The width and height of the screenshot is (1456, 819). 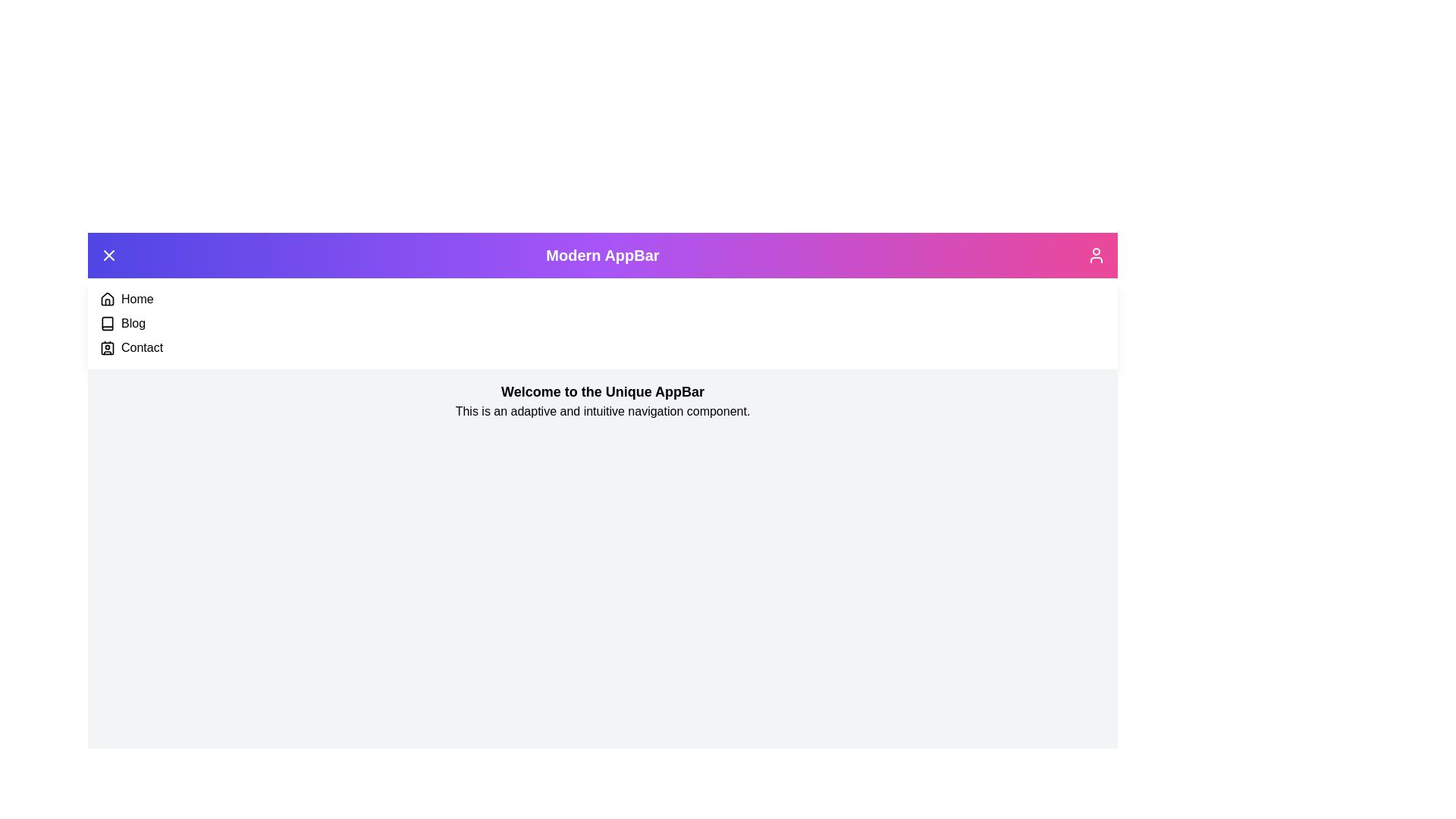 I want to click on the user profile icon located at the top-right corner of the app bar, so click(x=1096, y=254).